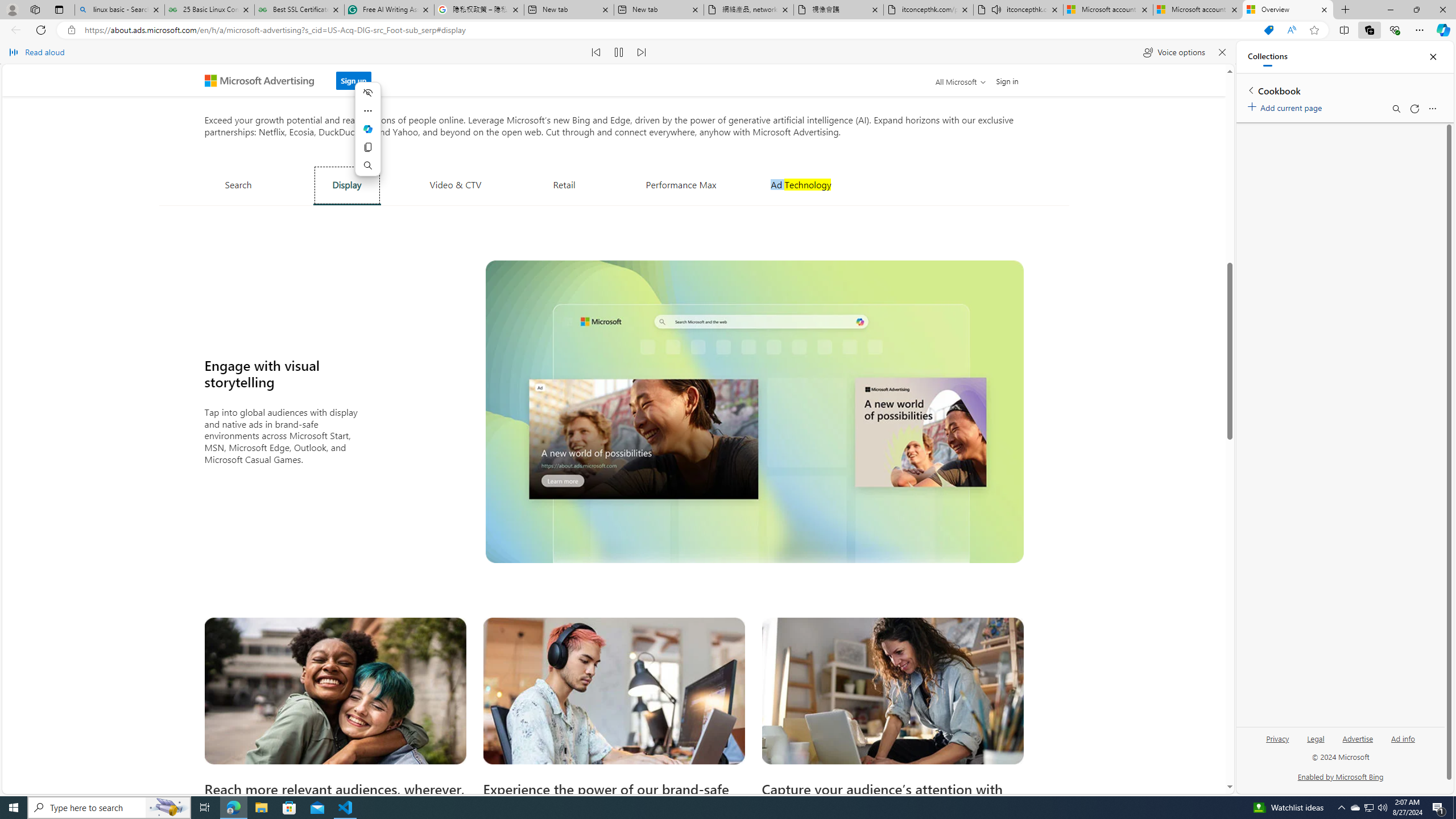 This screenshot has height=819, width=1456. I want to click on 'Sign in', so click(1007, 80).